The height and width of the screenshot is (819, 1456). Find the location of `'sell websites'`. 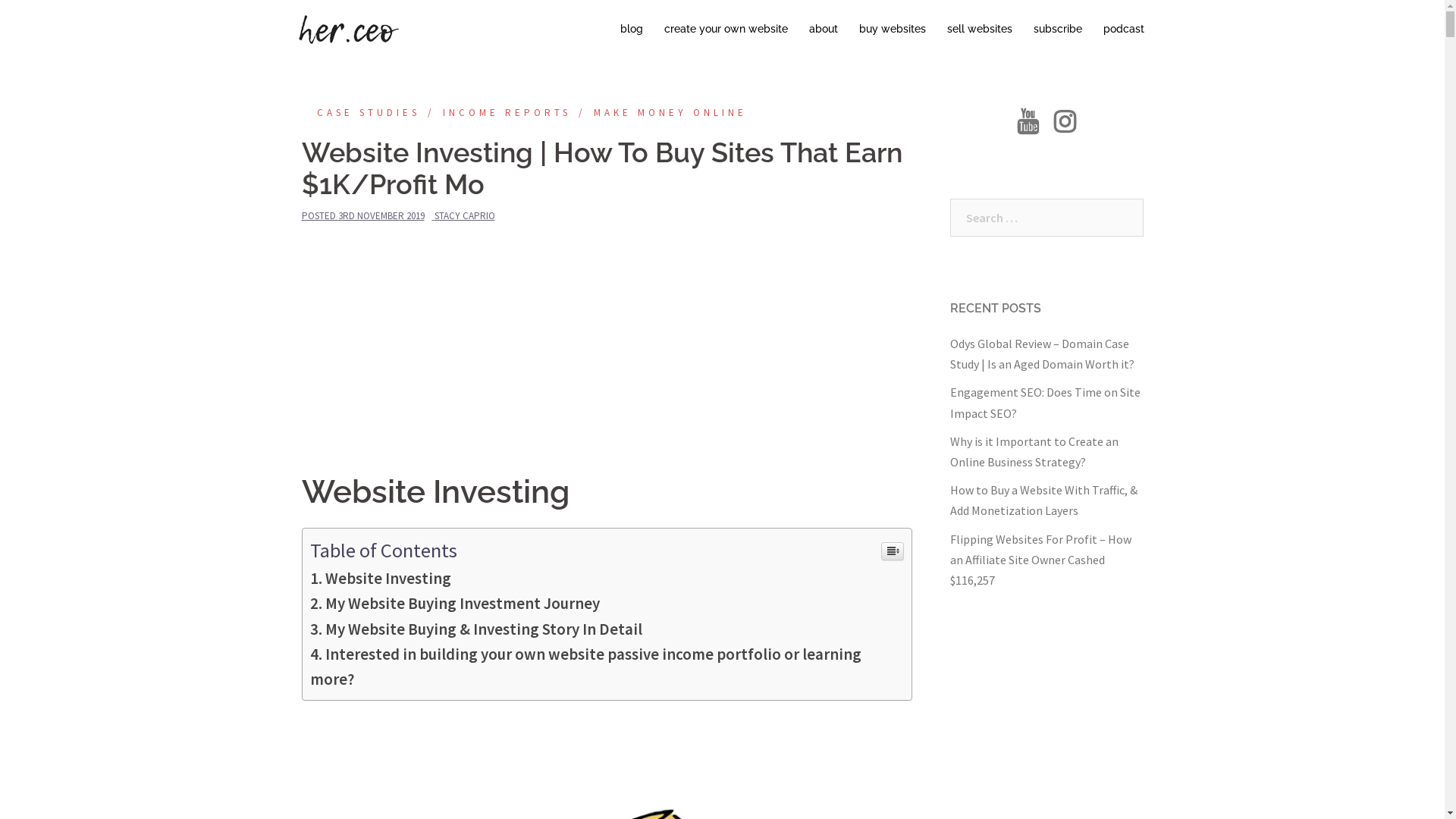

'sell websites' is located at coordinates (979, 29).